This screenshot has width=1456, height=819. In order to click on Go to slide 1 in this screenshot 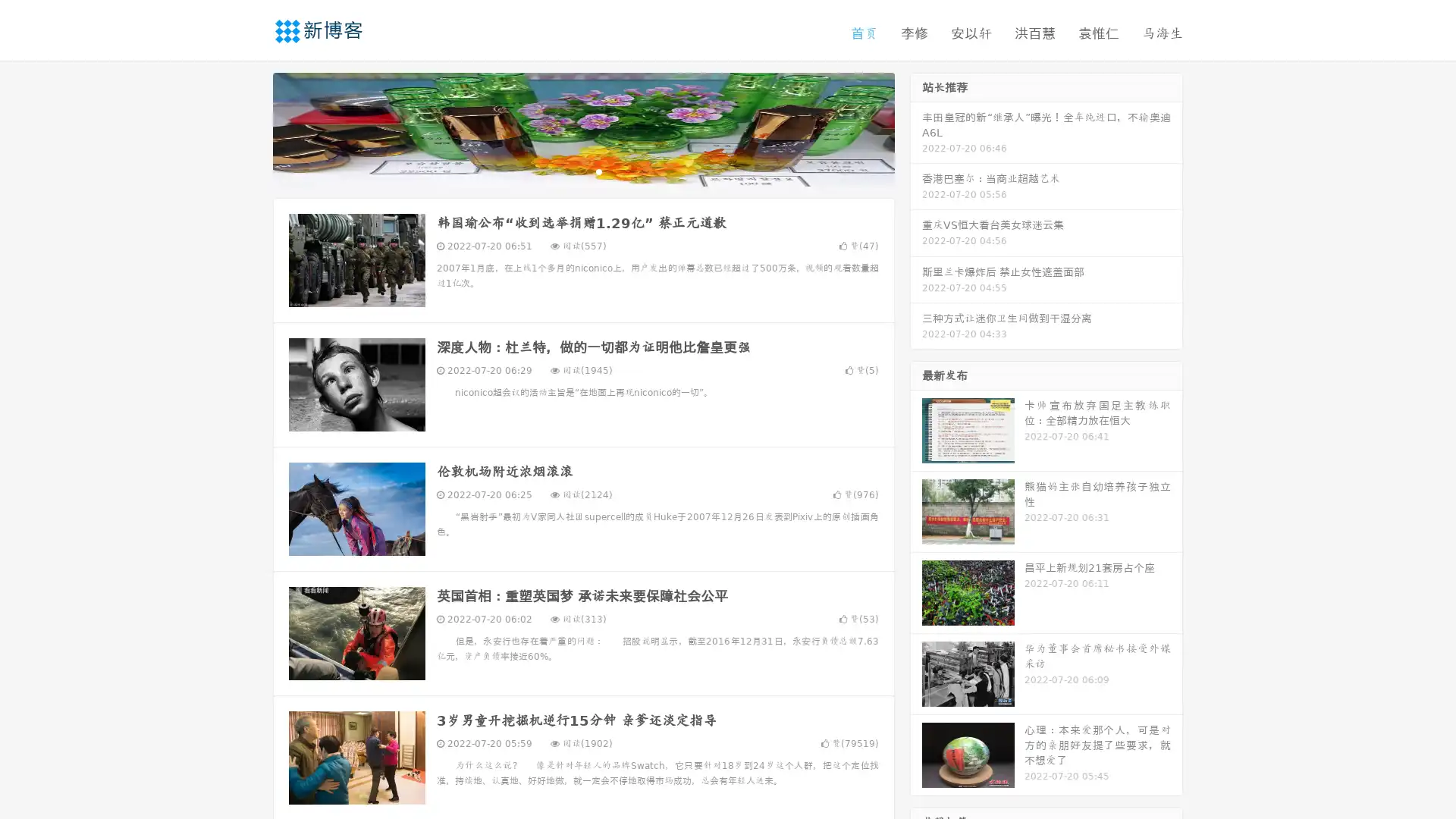, I will do `click(567, 171)`.